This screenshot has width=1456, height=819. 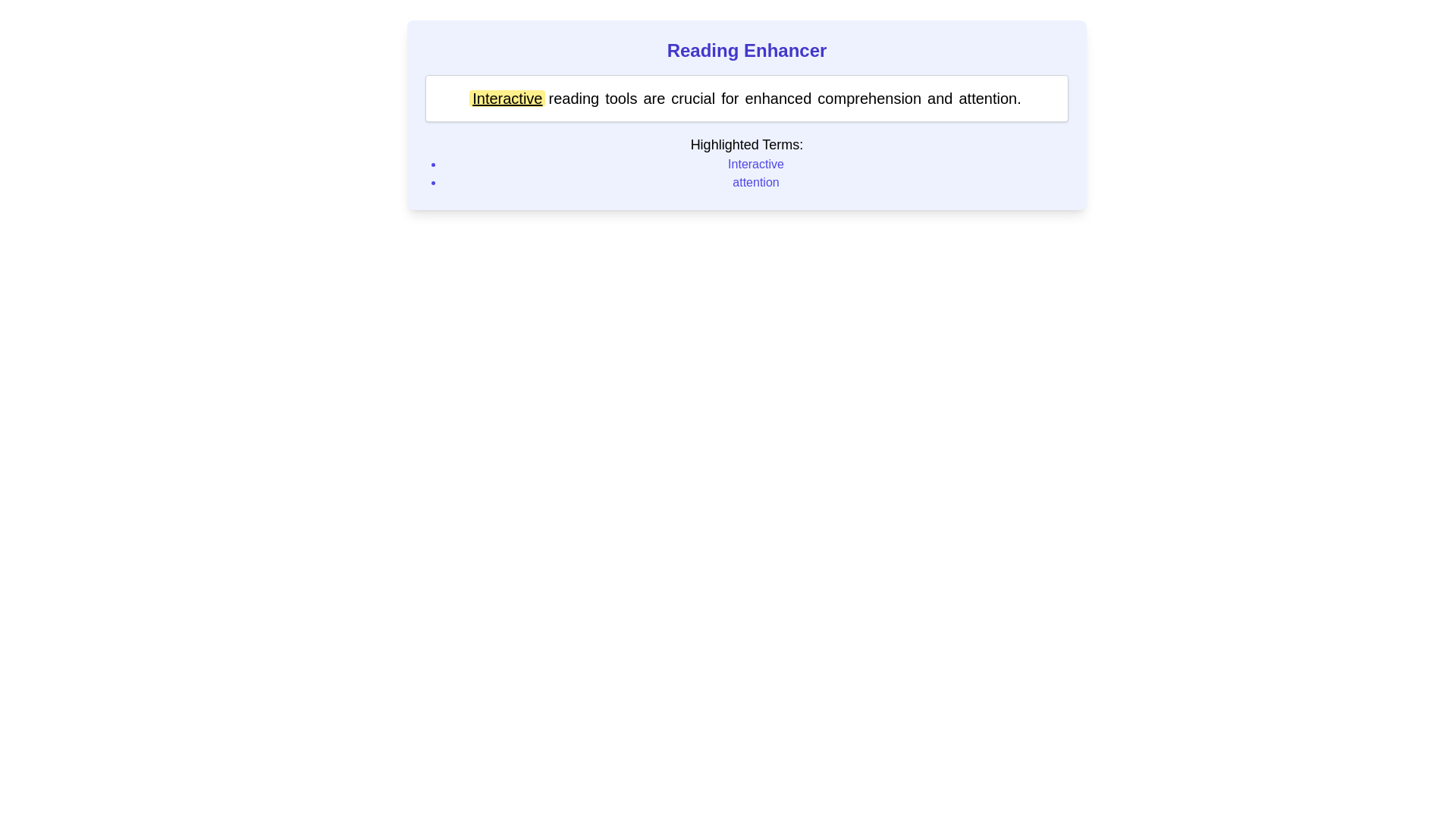 What do you see at coordinates (778, 99) in the screenshot?
I see `text element displaying the word 'enhanced', which is positioned within the sentence 'Interactive reading tools are crucial for enhanced comprehension and attention.'` at bounding box center [778, 99].